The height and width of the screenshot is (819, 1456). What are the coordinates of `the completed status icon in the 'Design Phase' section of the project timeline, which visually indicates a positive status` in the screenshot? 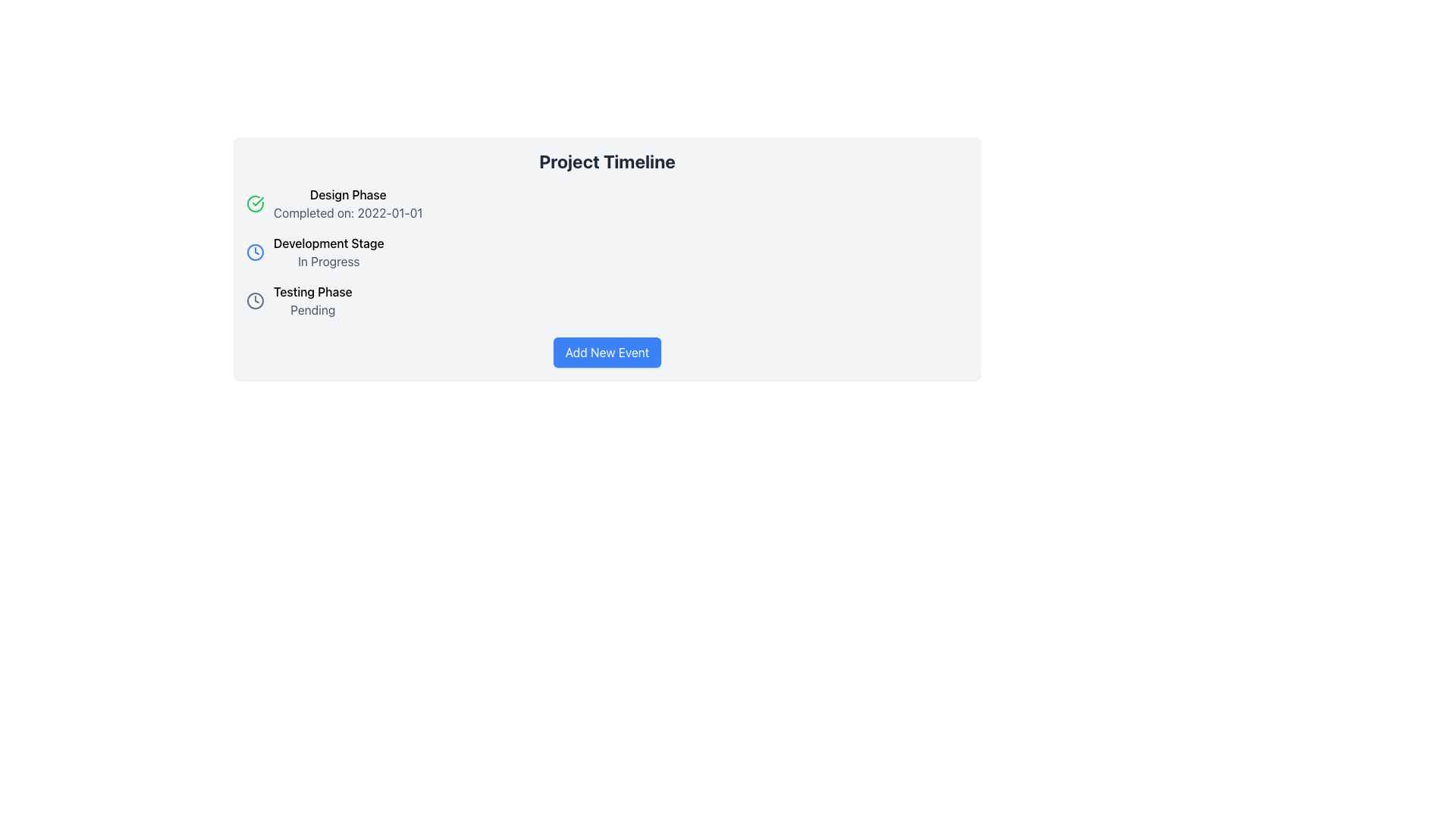 It's located at (258, 201).